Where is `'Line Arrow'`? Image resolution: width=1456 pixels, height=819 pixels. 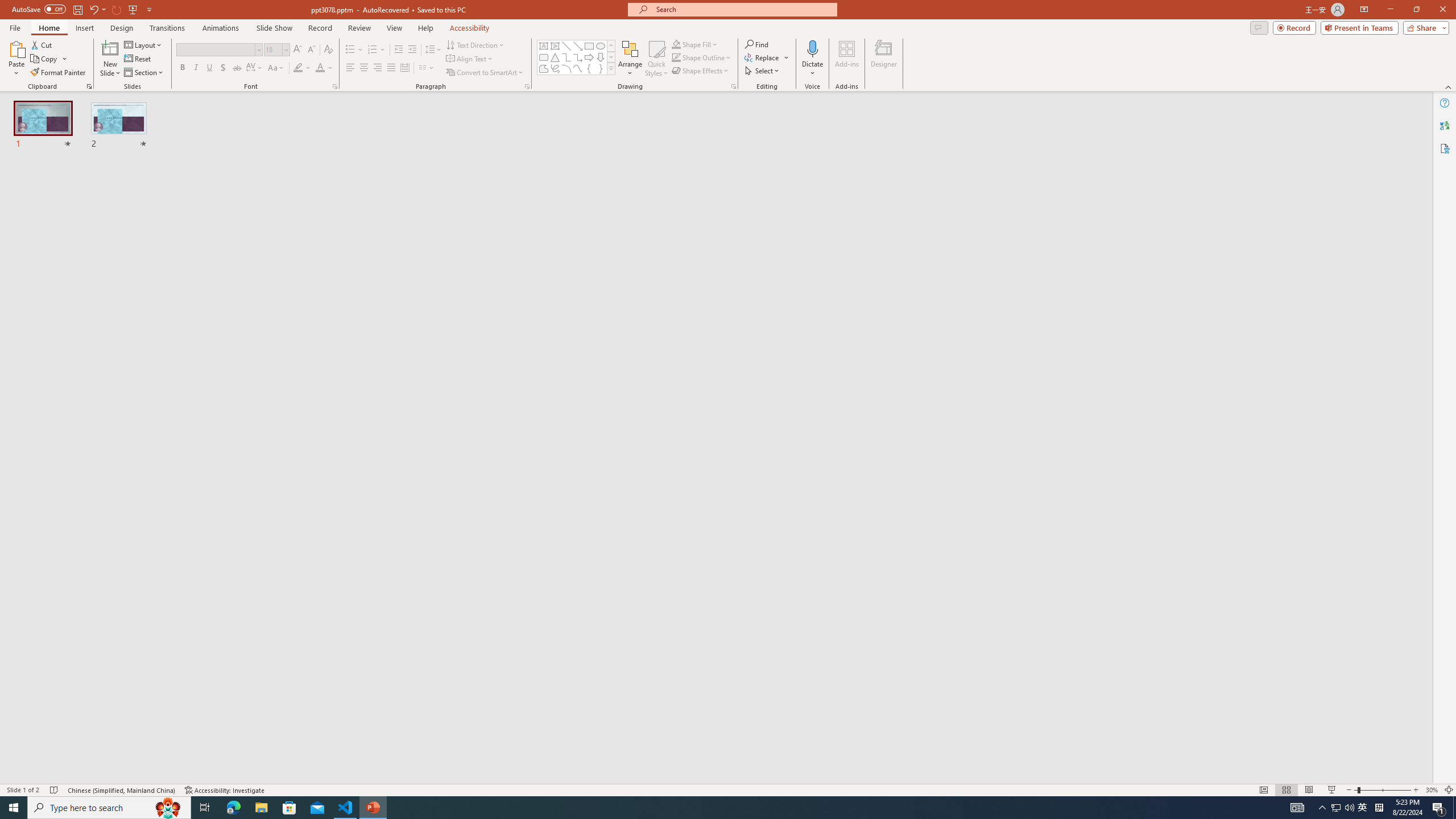 'Line Arrow' is located at coordinates (577, 45).